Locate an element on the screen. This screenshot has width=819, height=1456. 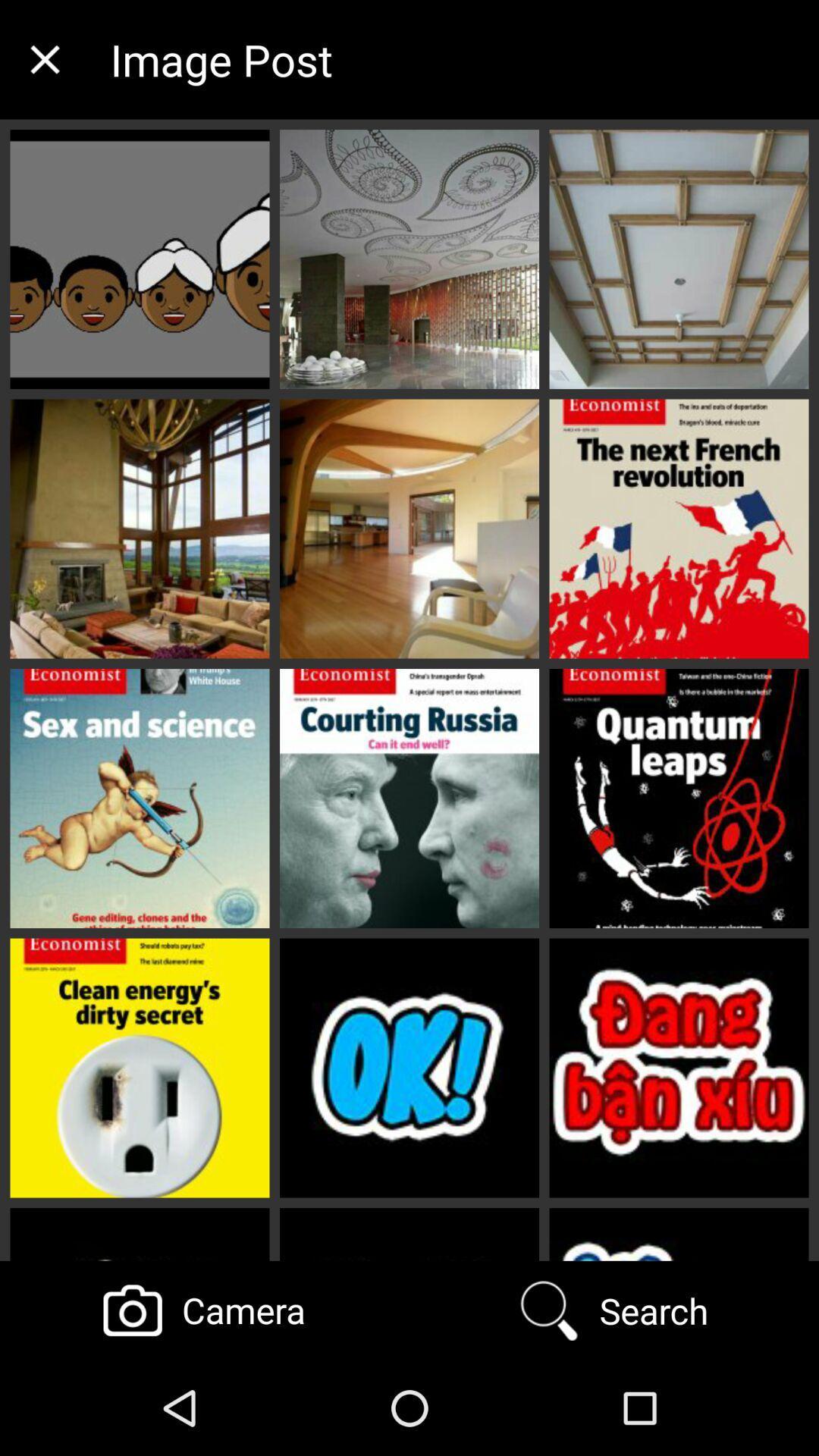
the image which is right to clean energys dirty secret image at bottom of the page is located at coordinates (409, 1068).